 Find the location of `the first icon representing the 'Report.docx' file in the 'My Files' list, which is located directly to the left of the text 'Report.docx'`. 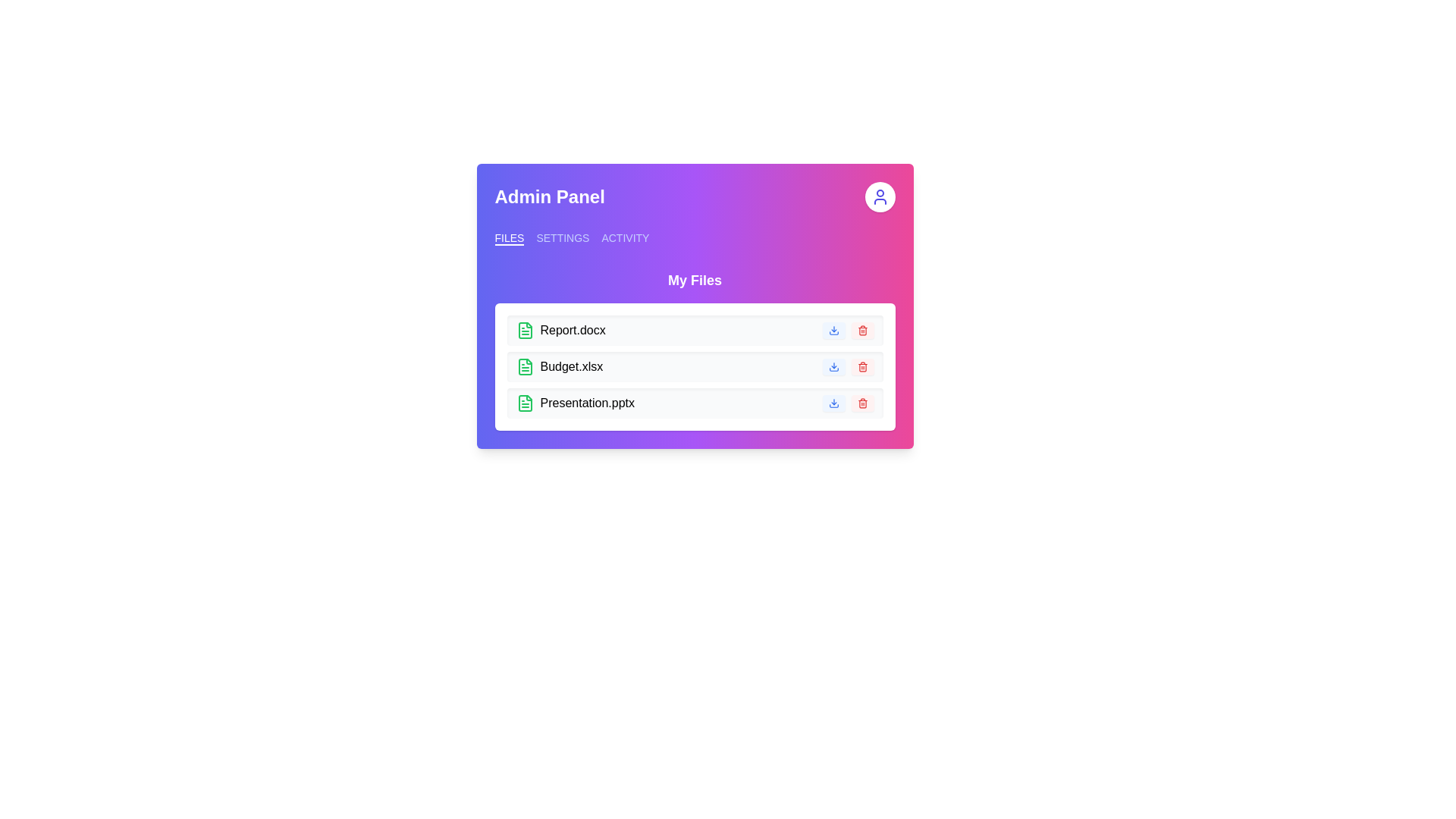

the first icon representing the 'Report.docx' file in the 'My Files' list, which is located directly to the left of the text 'Report.docx' is located at coordinates (525, 329).